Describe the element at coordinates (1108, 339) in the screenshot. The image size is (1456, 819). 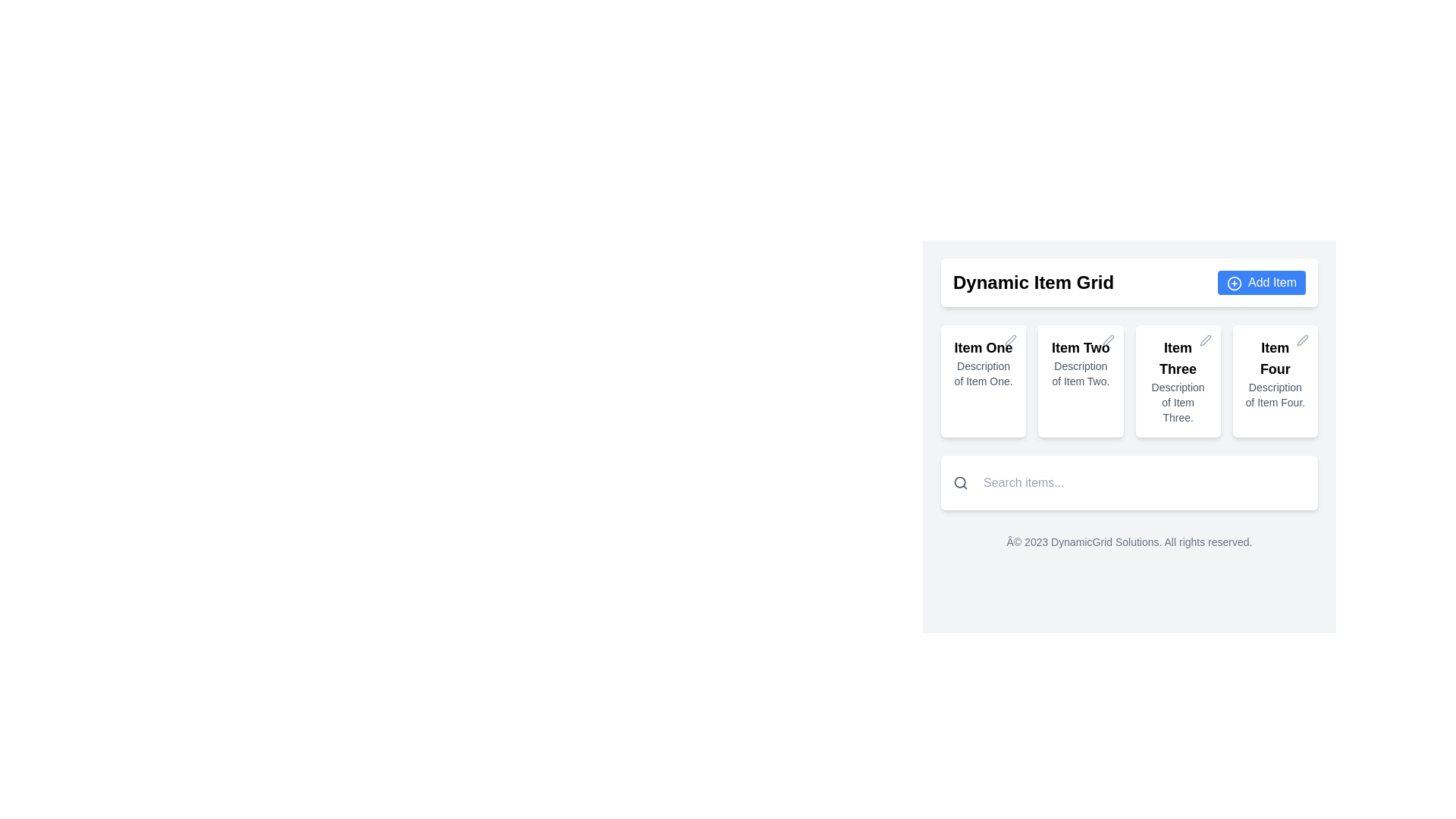
I see `the edit button icon located at the top-right corner of the 'Item Two' card, which allows users to modify the card's details` at that location.